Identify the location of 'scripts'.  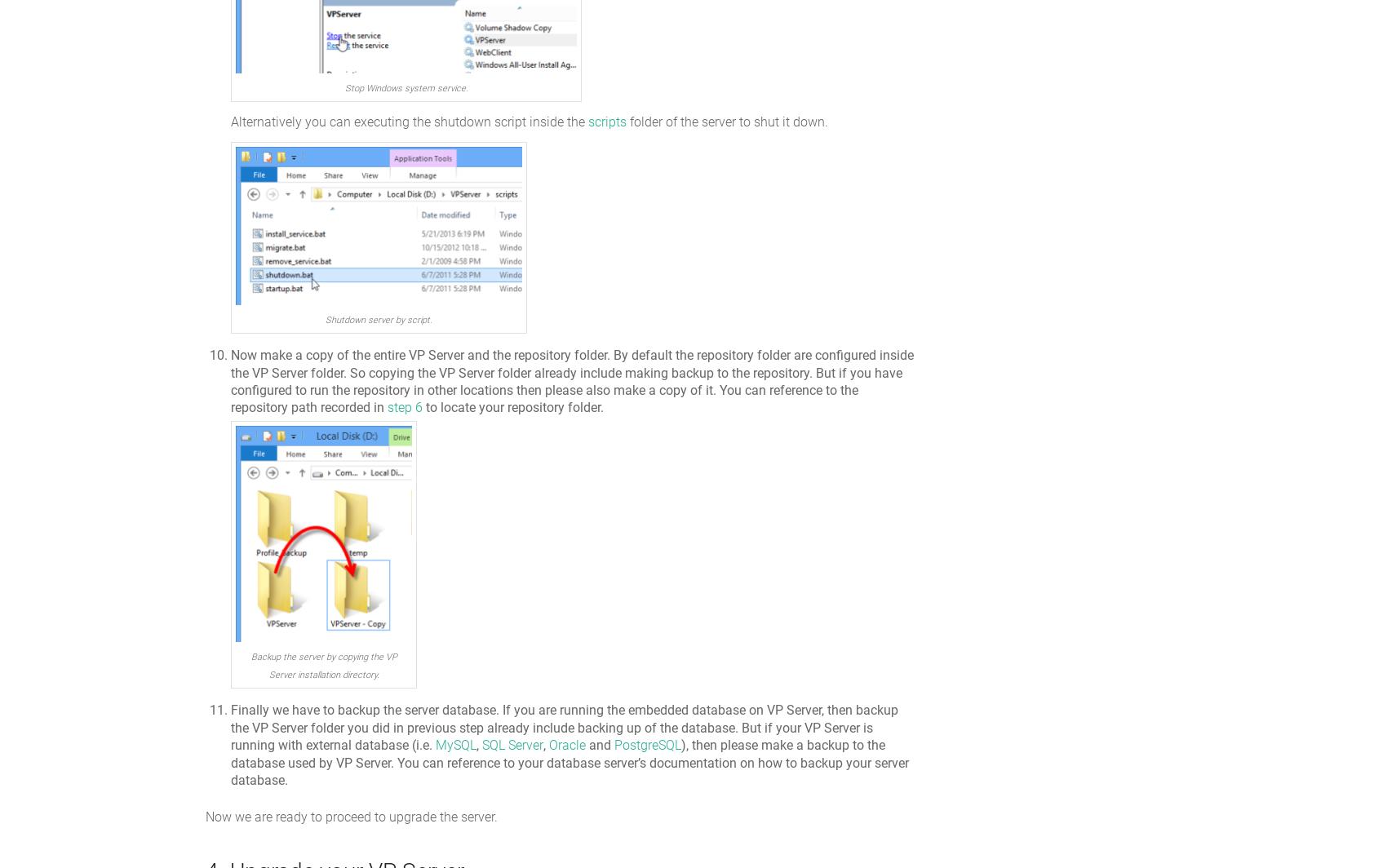
(607, 121).